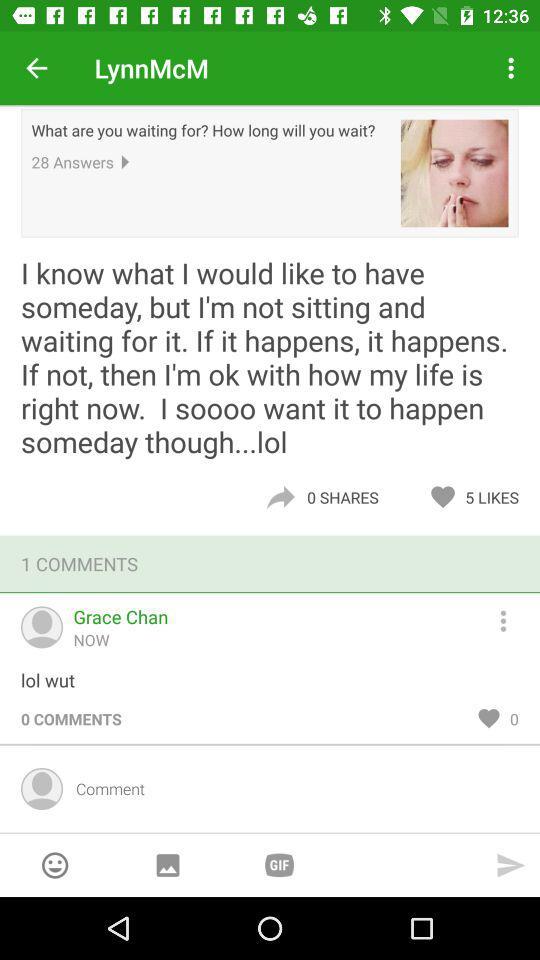  I want to click on send message, so click(511, 864).